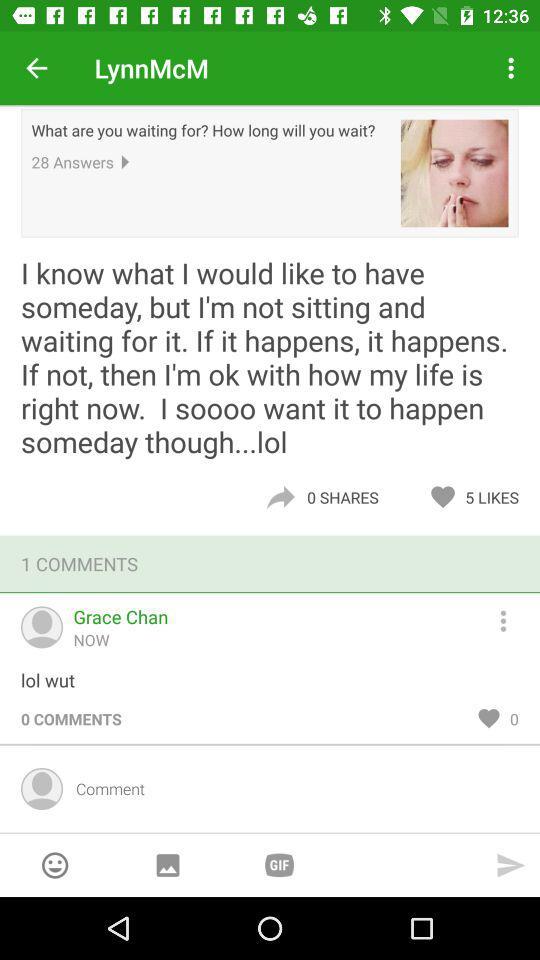  I want to click on send message, so click(511, 864).